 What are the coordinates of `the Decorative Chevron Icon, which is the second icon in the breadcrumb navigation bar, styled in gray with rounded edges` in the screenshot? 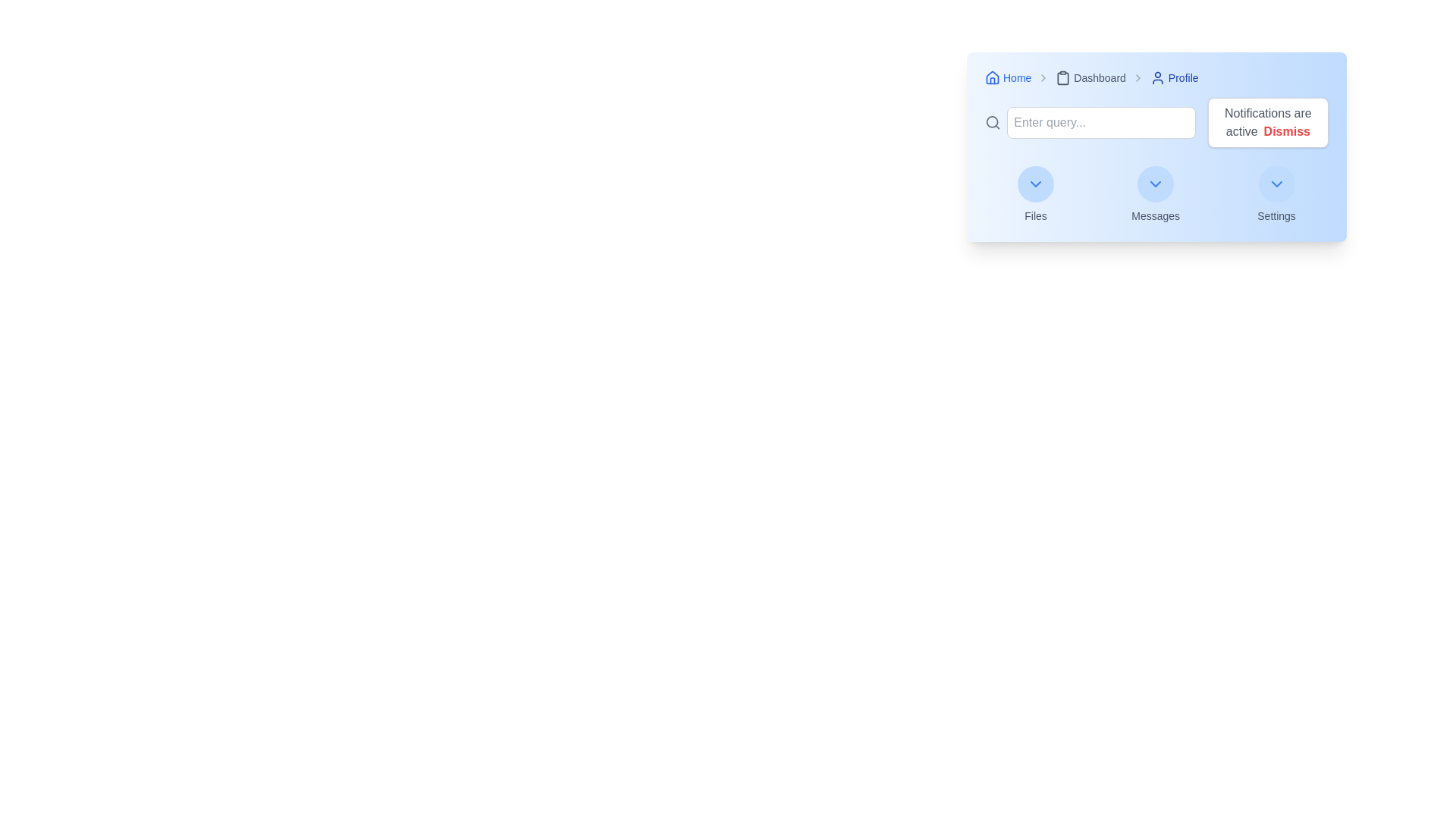 It's located at (1043, 78).